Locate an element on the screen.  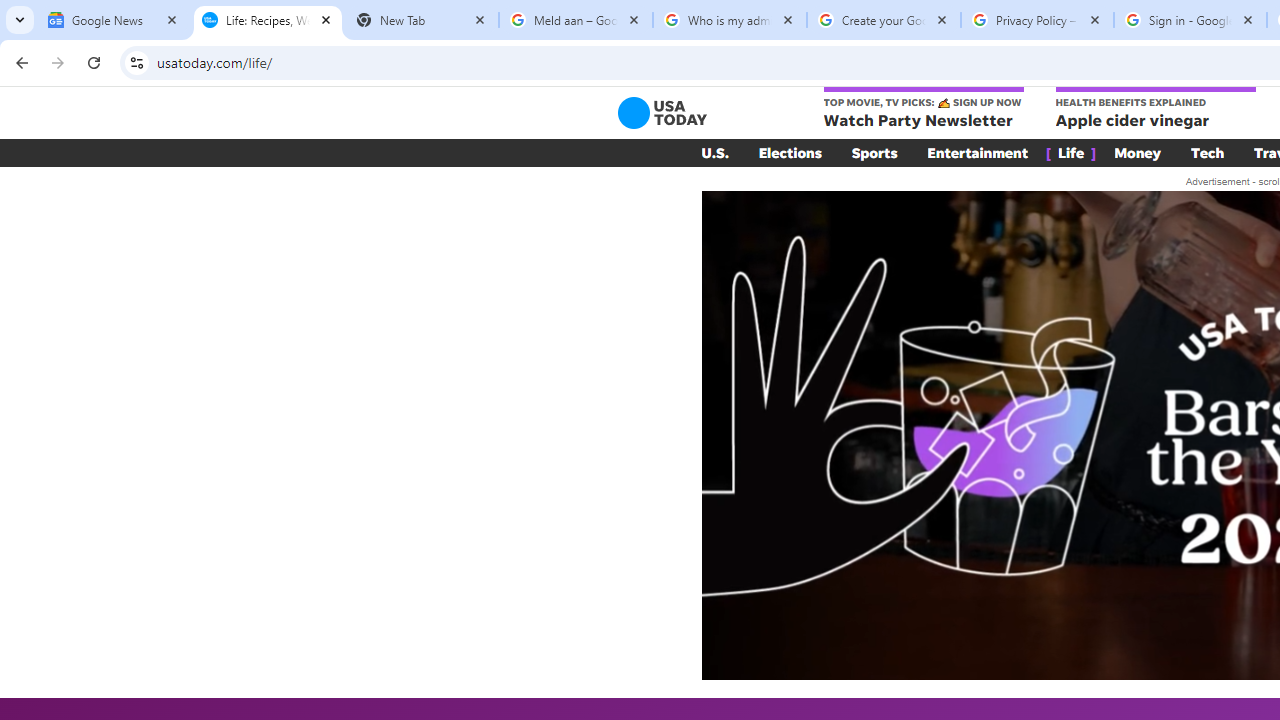
'Who is my administrator? - Google Account Help' is located at coordinates (729, 20).